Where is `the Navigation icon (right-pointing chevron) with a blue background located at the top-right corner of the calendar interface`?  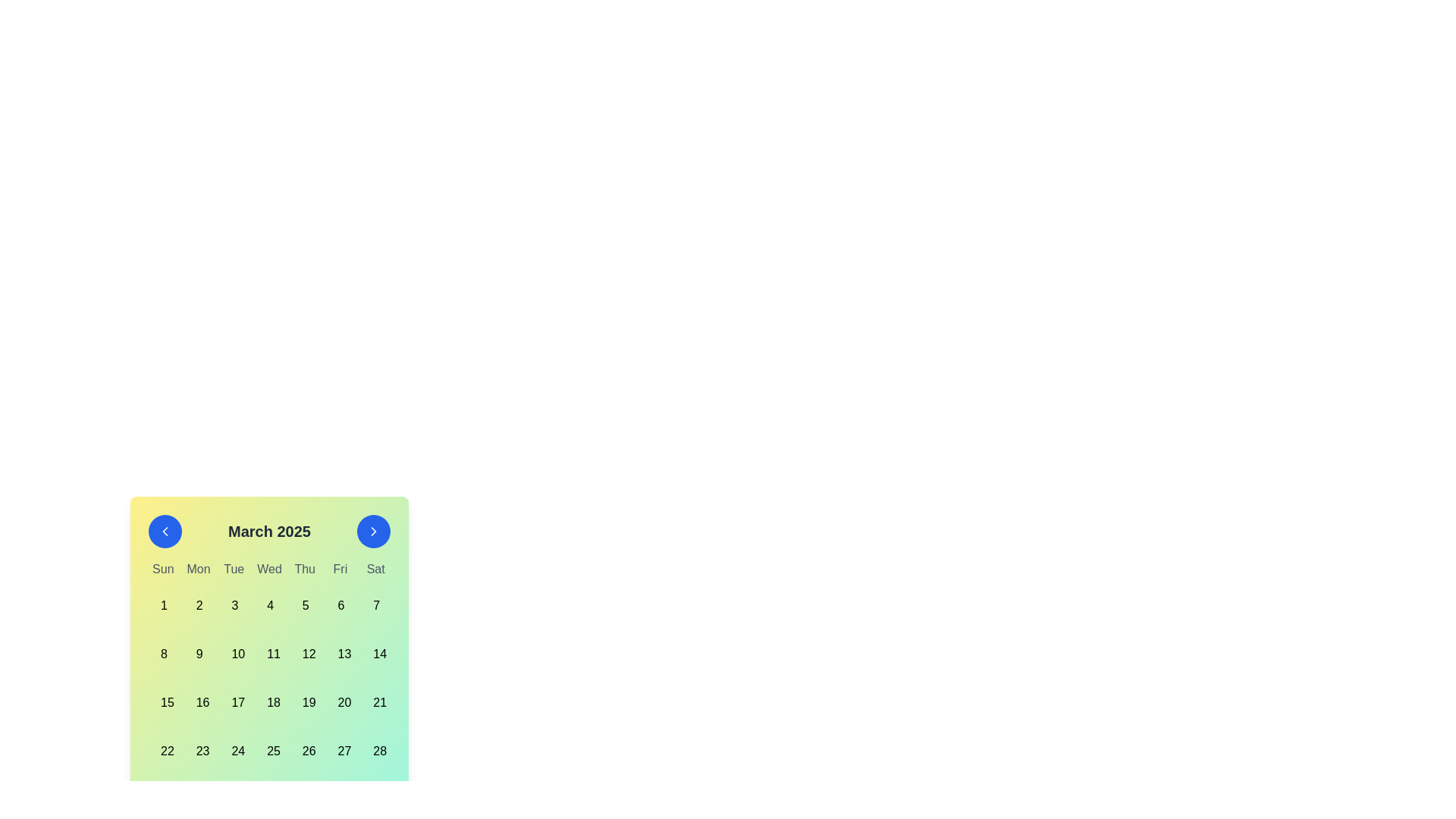 the Navigation icon (right-pointing chevron) with a blue background located at the top-right corner of the calendar interface is located at coordinates (374, 531).